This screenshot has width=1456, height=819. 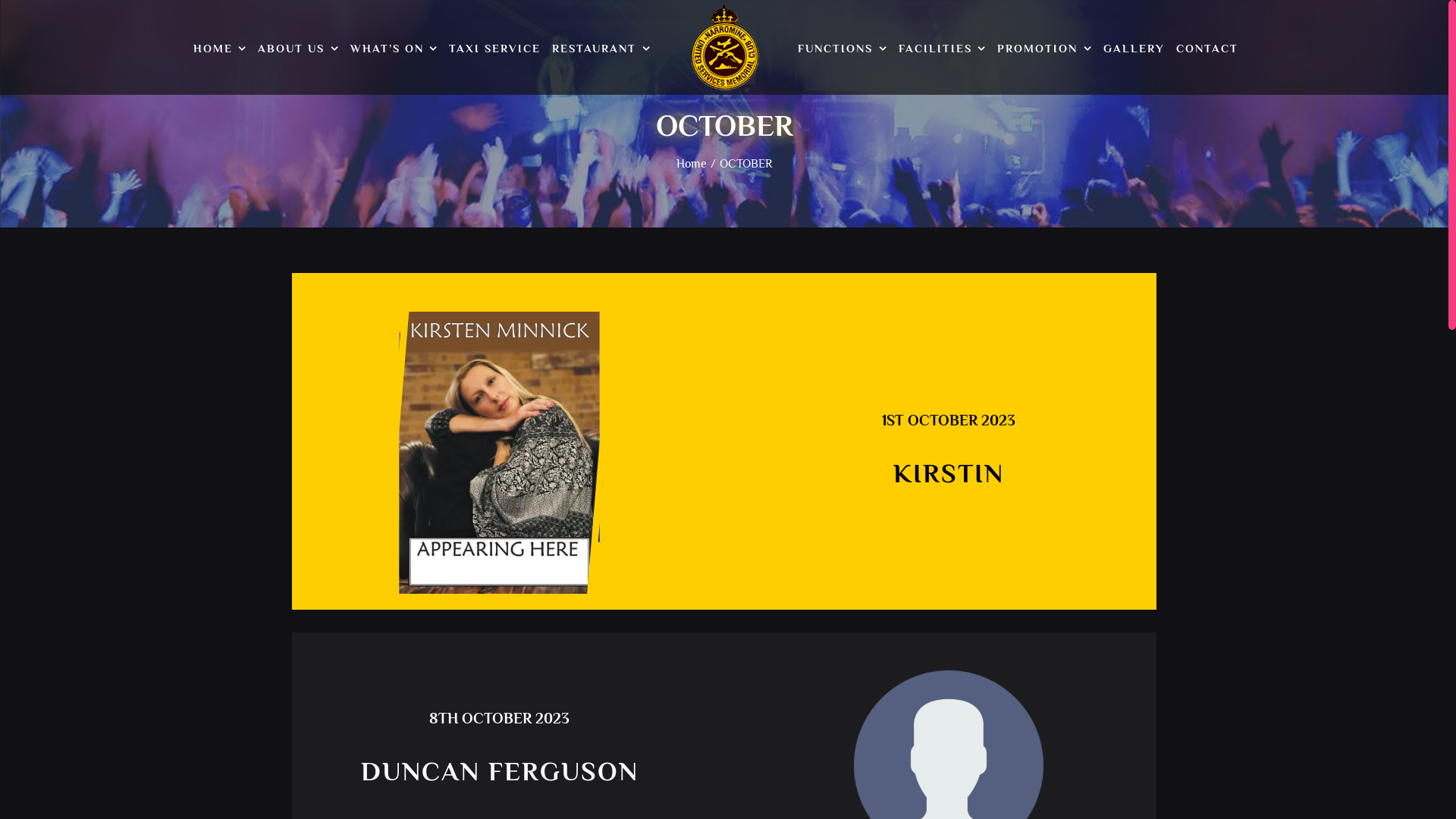 I want to click on 'Kirsten A4 Print_page-0001-min', so click(x=499, y=452).